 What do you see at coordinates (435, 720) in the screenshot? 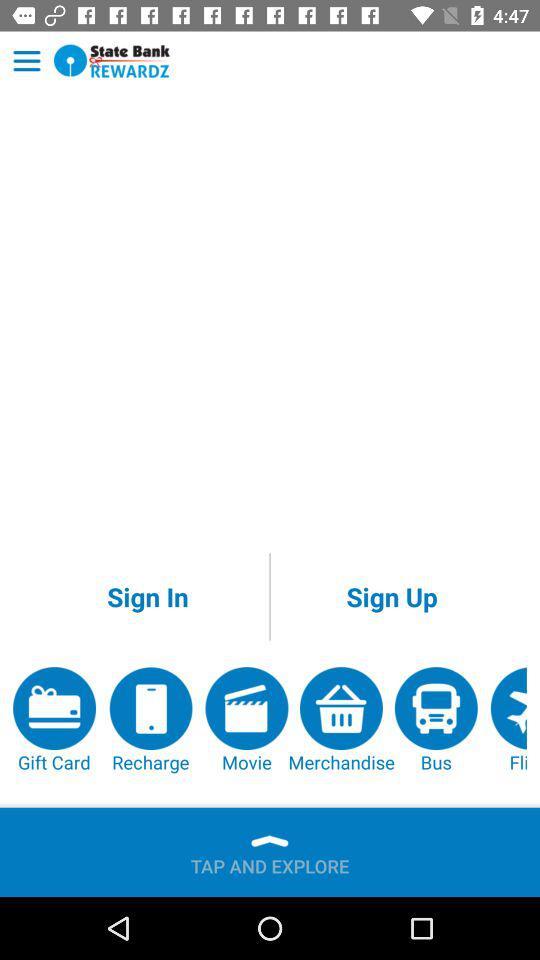
I see `the app to the right of the merchandise item` at bounding box center [435, 720].